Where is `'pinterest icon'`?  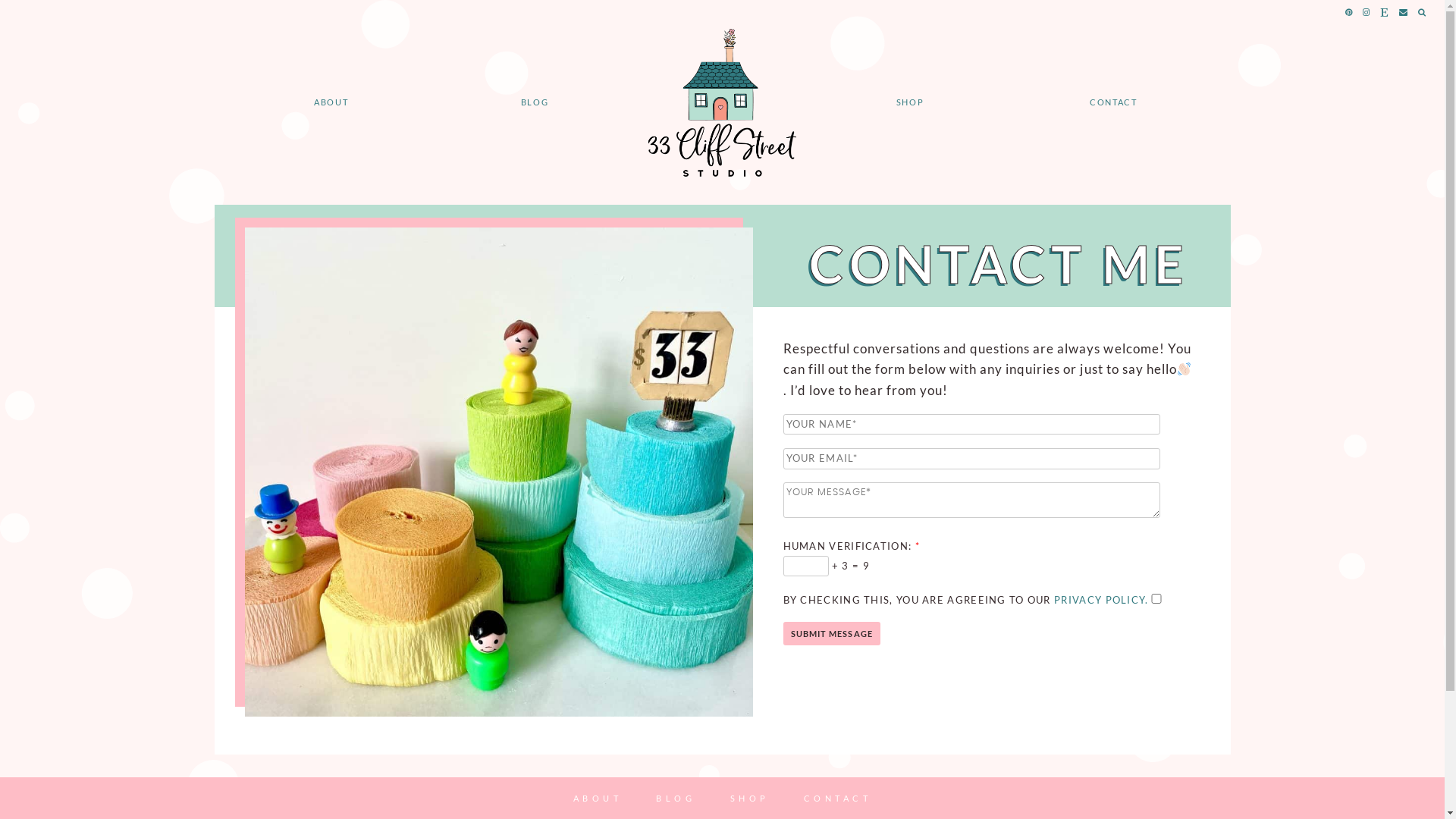
'pinterest icon' is located at coordinates (1349, 12).